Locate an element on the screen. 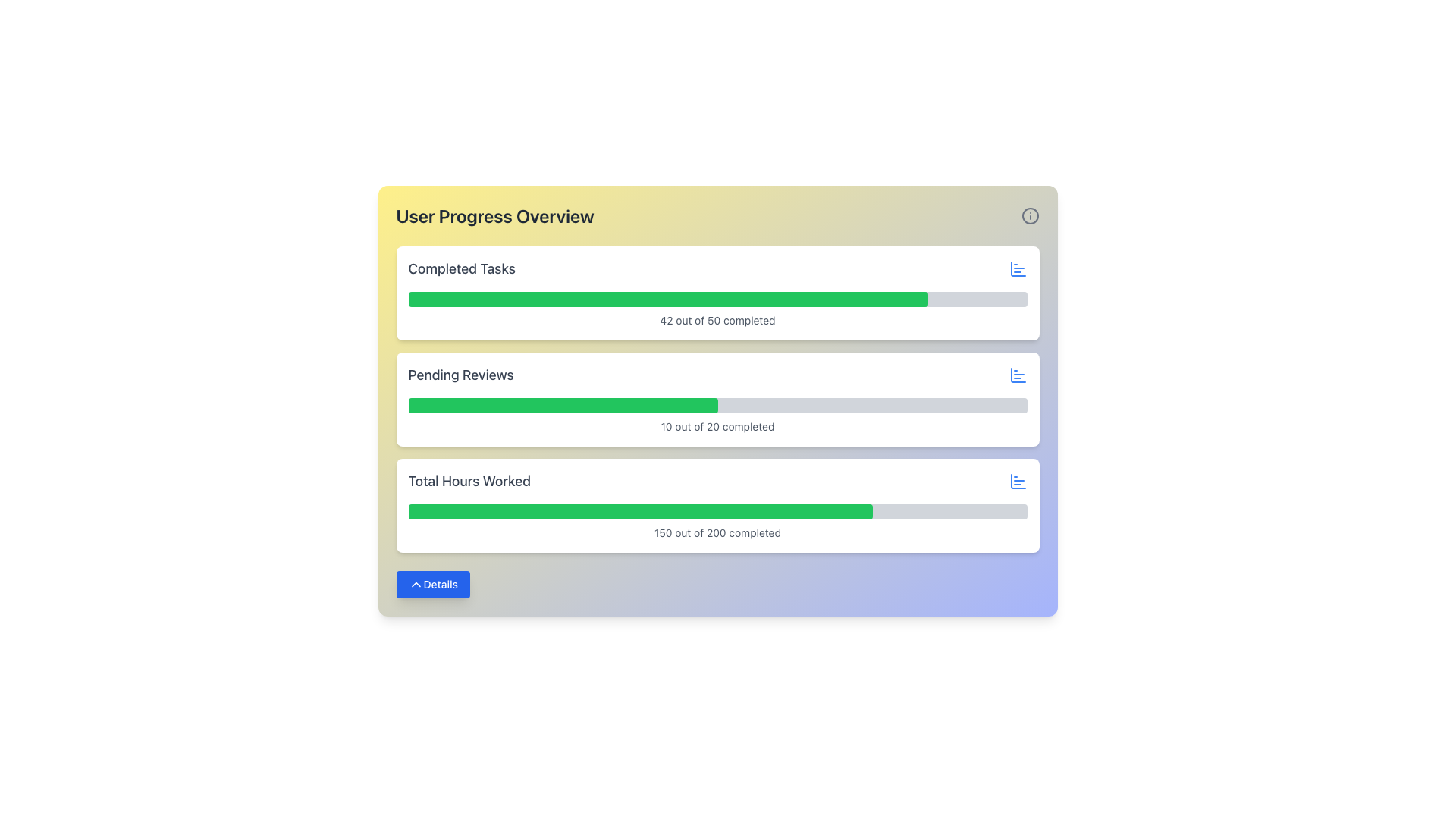  the icon button located to the right of the 'Total Hours Worked' label in the third card of a vertical stack is located at coordinates (1018, 482).